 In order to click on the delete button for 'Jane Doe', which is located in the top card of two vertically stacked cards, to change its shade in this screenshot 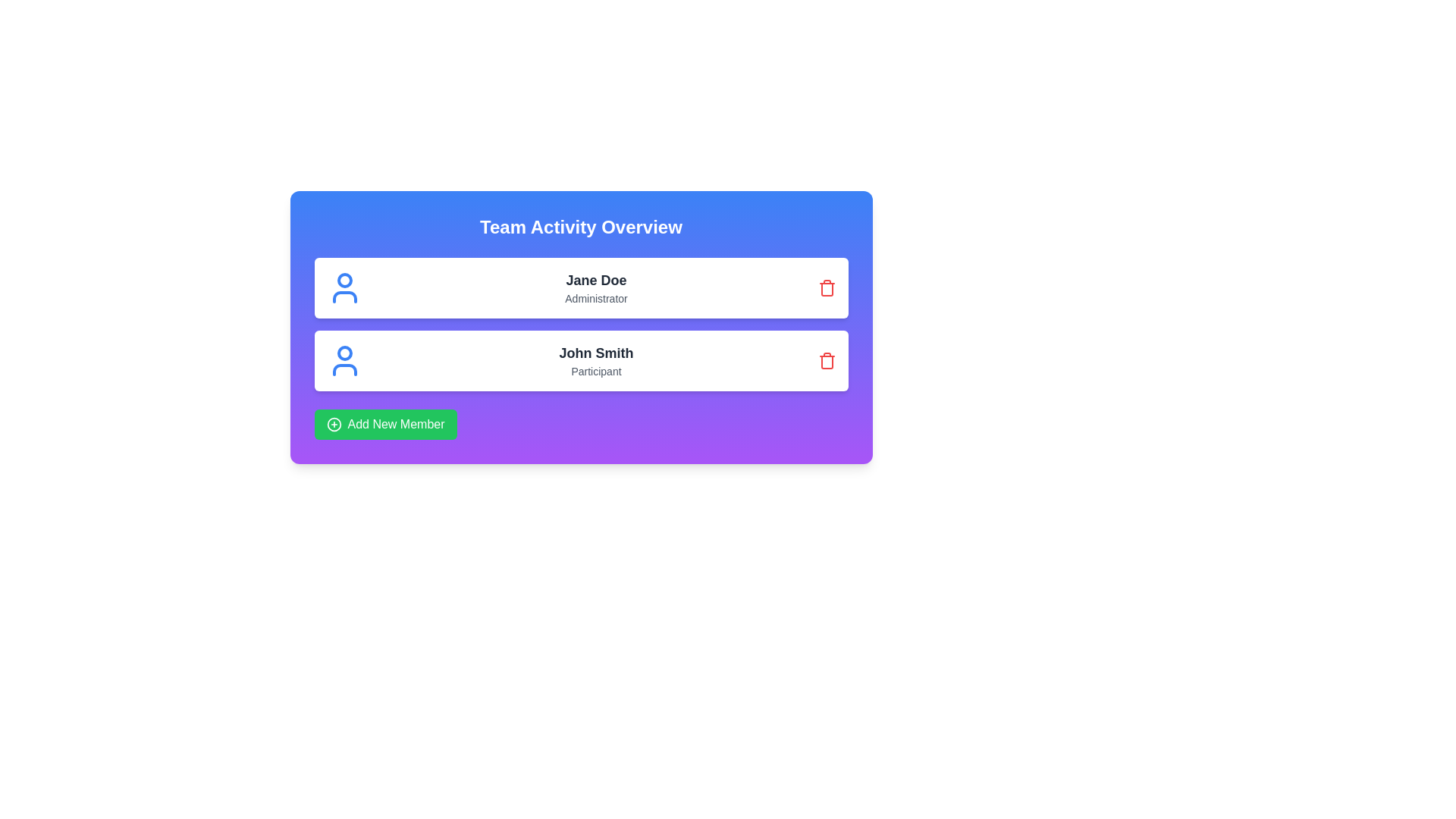, I will do `click(826, 288)`.